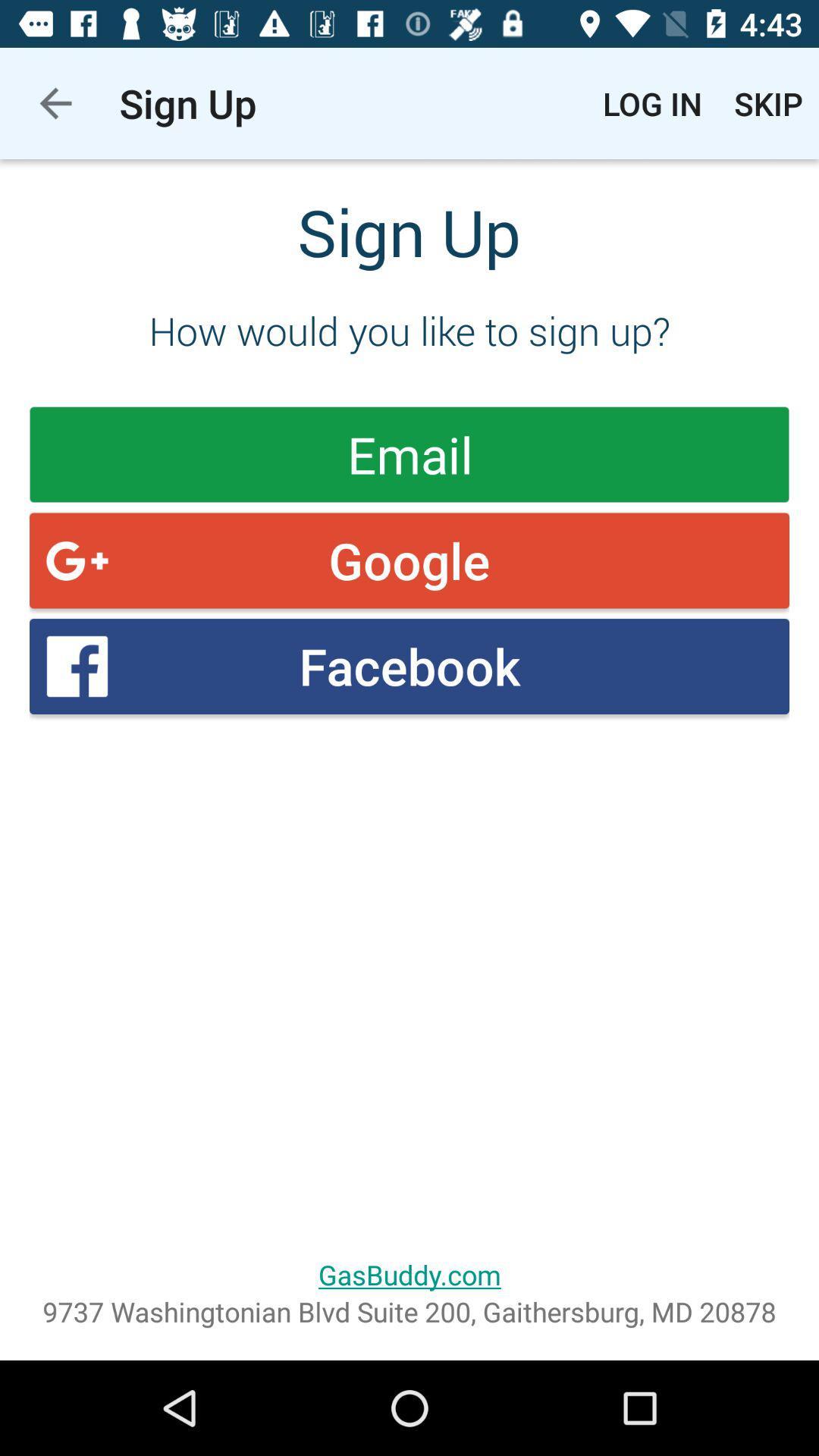  What do you see at coordinates (651, 102) in the screenshot?
I see `item above the how would you item` at bounding box center [651, 102].